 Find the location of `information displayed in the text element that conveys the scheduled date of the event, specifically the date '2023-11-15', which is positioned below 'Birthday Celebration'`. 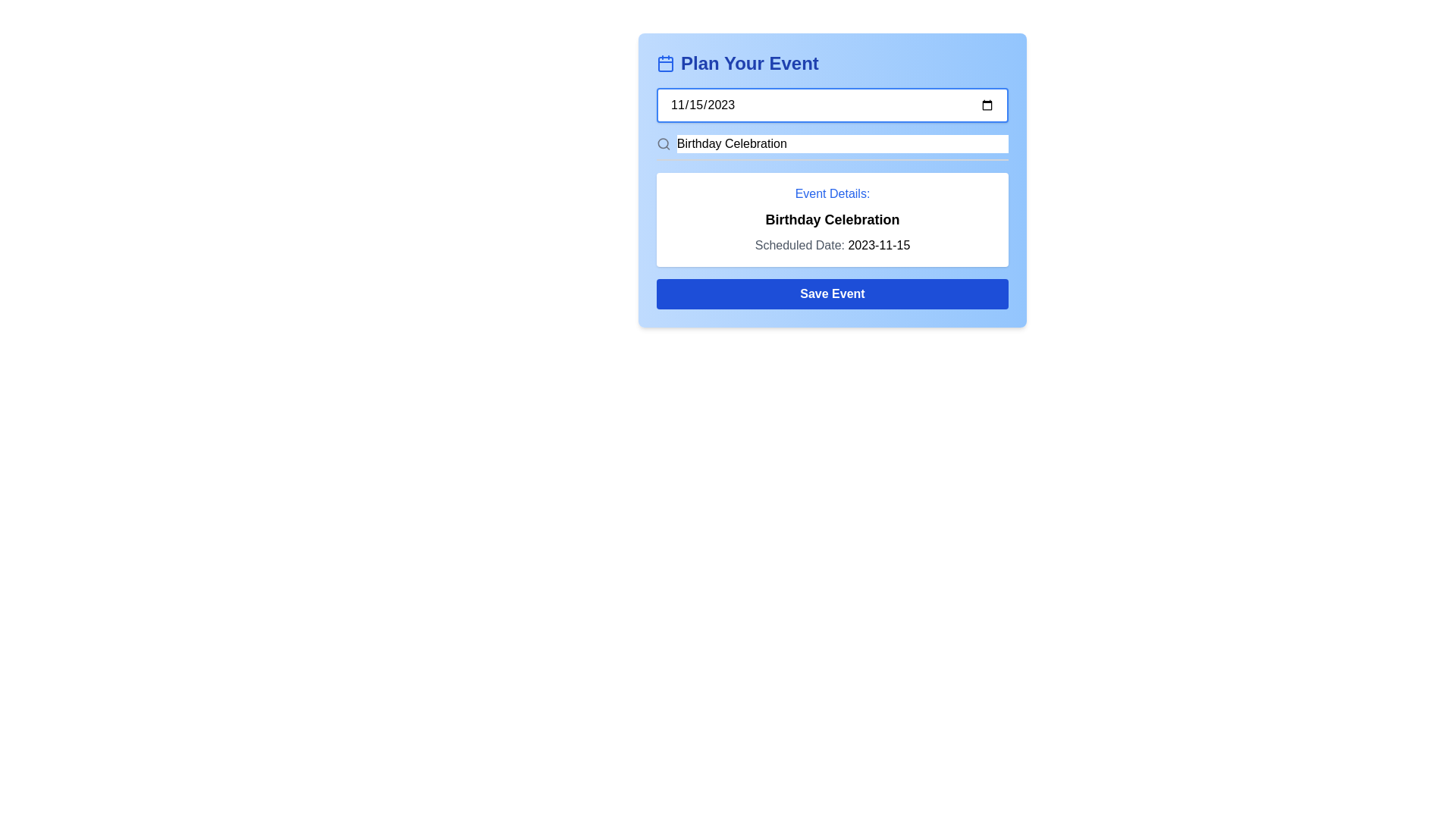

information displayed in the text element that conveys the scheduled date of the event, specifically the date '2023-11-15', which is positioned below 'Birthday Celebration' is located at coordinates (832, 245).